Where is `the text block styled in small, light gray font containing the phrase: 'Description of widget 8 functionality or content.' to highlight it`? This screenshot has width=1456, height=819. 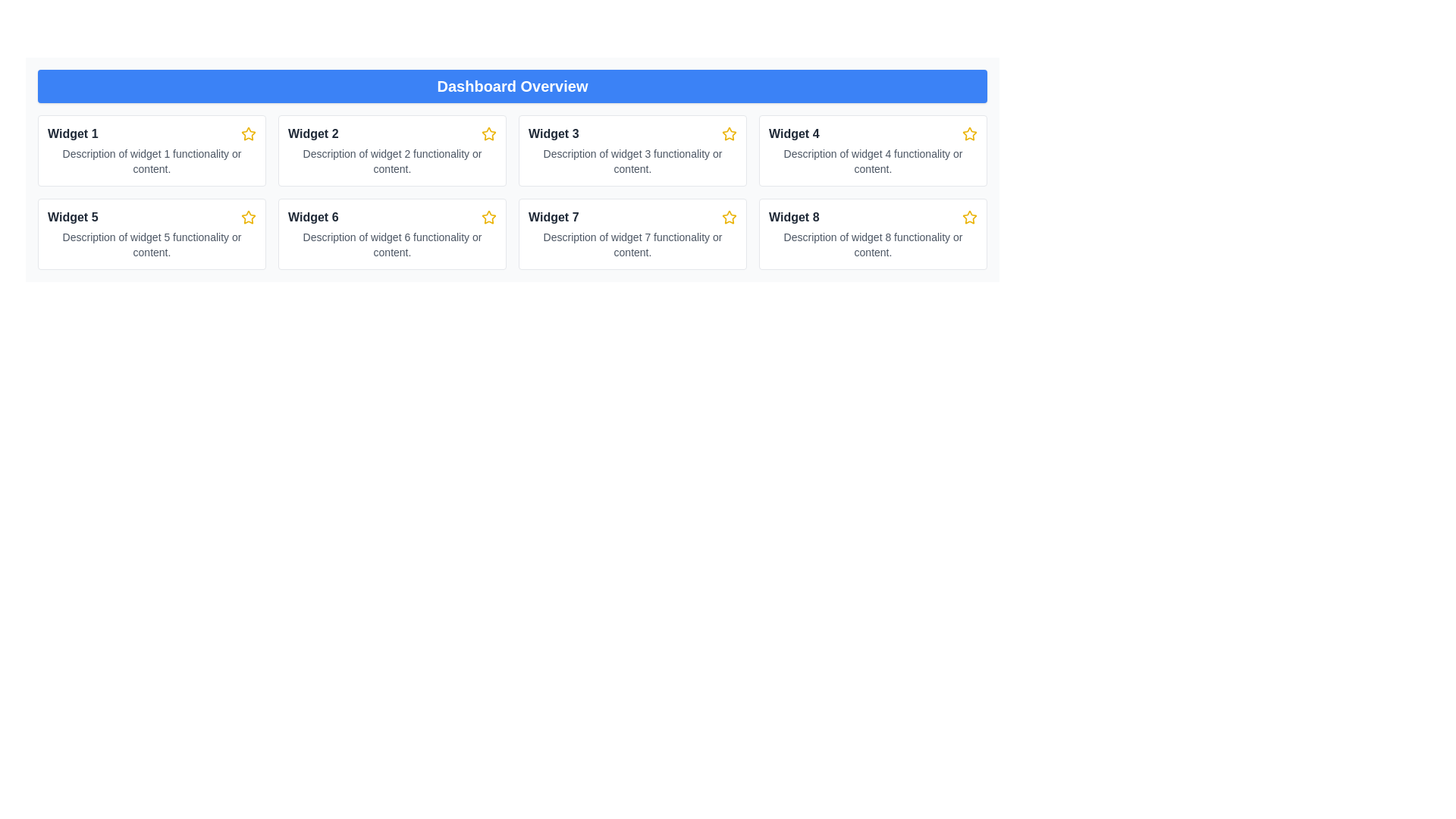 the text block styled in small, light gray font containing the phrase: 'Description of widget 8 functionality or content.' to highlight it is located at coordinates (873, 244).